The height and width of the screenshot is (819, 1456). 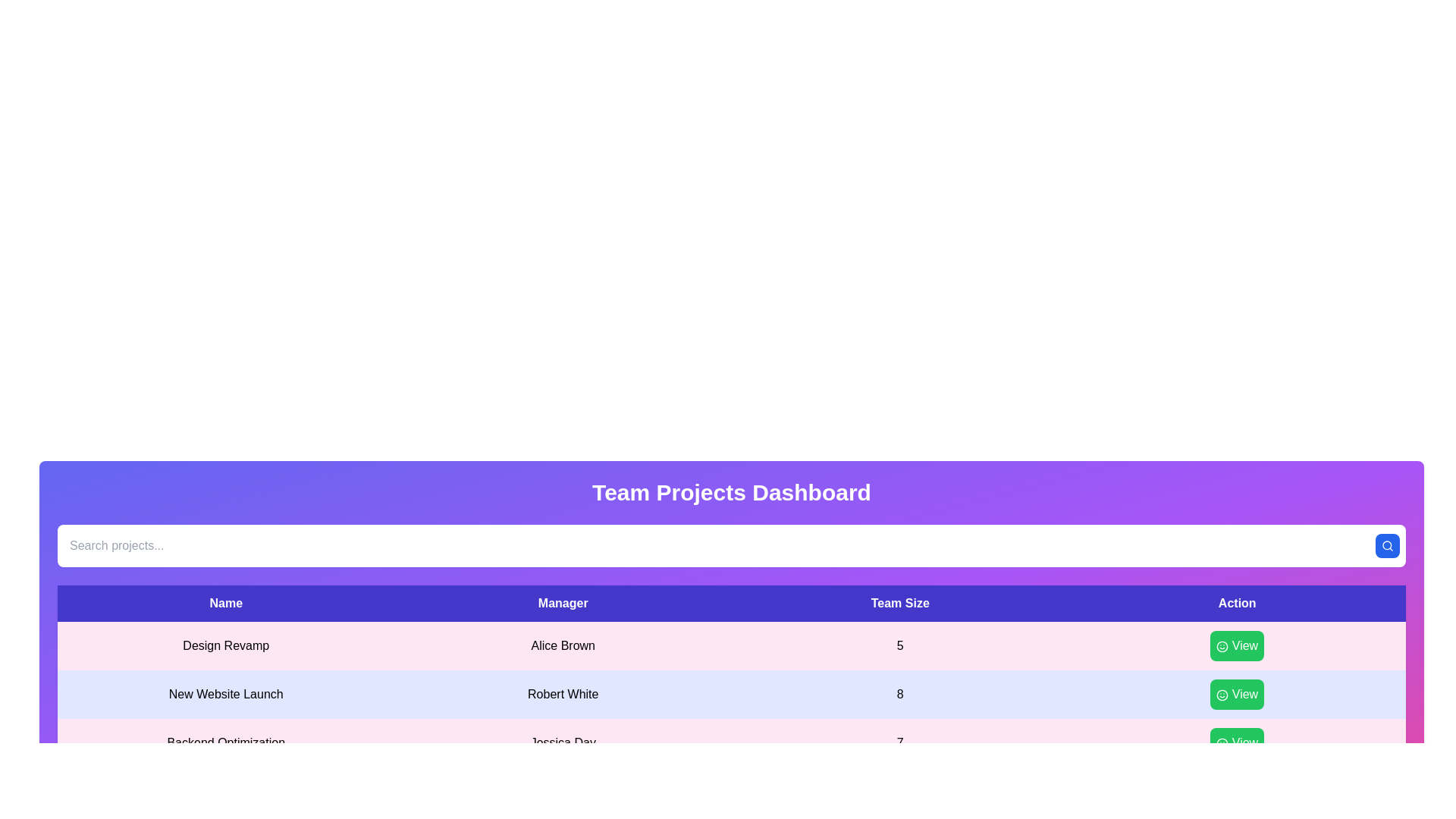 I want to click on the text label displaying 'Jessica Day' in bold, located under the 'Manager' column of the last row in the table, so click(x=562, y=742).